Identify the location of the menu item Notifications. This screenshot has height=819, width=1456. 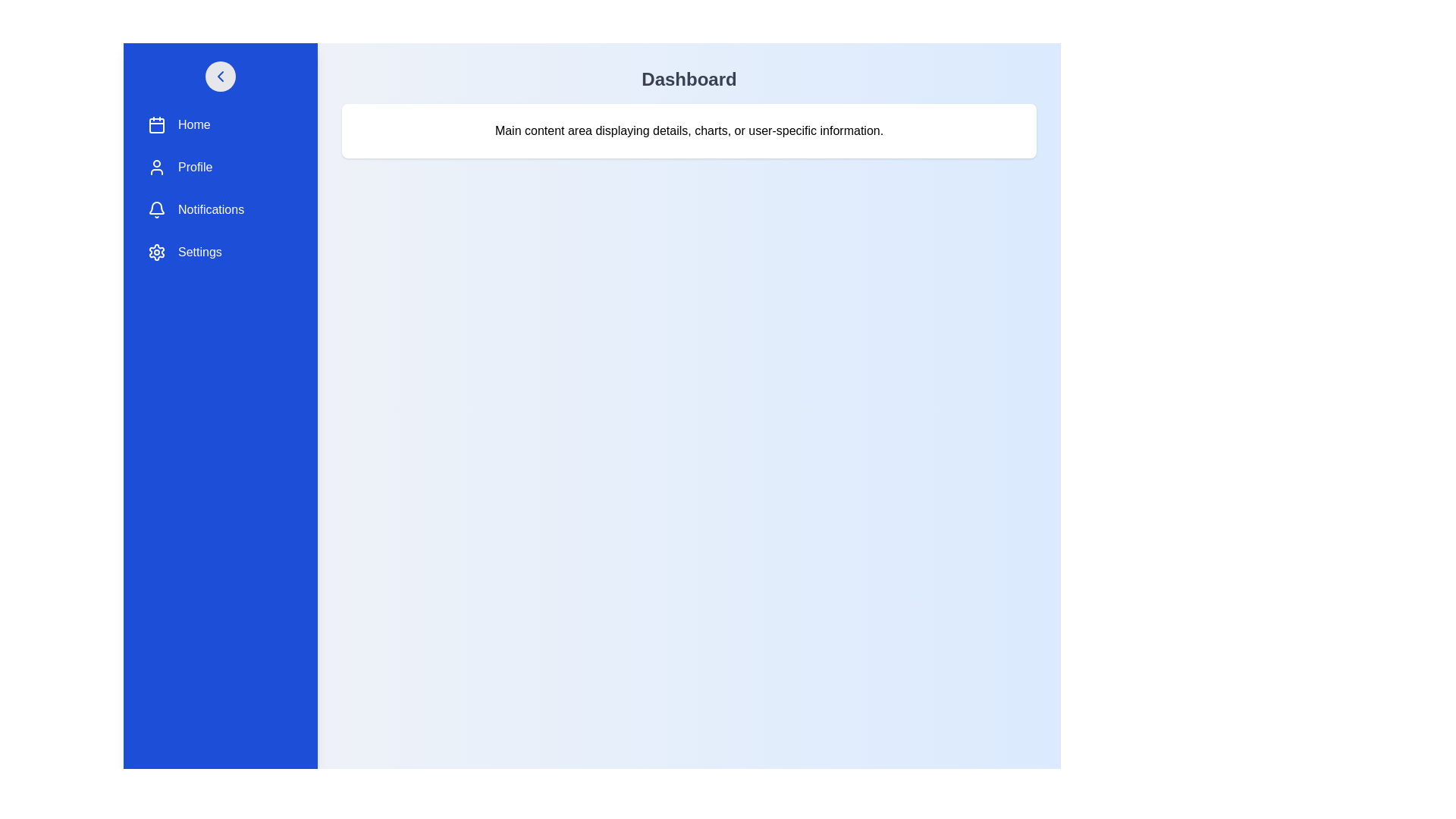
(220, 210).